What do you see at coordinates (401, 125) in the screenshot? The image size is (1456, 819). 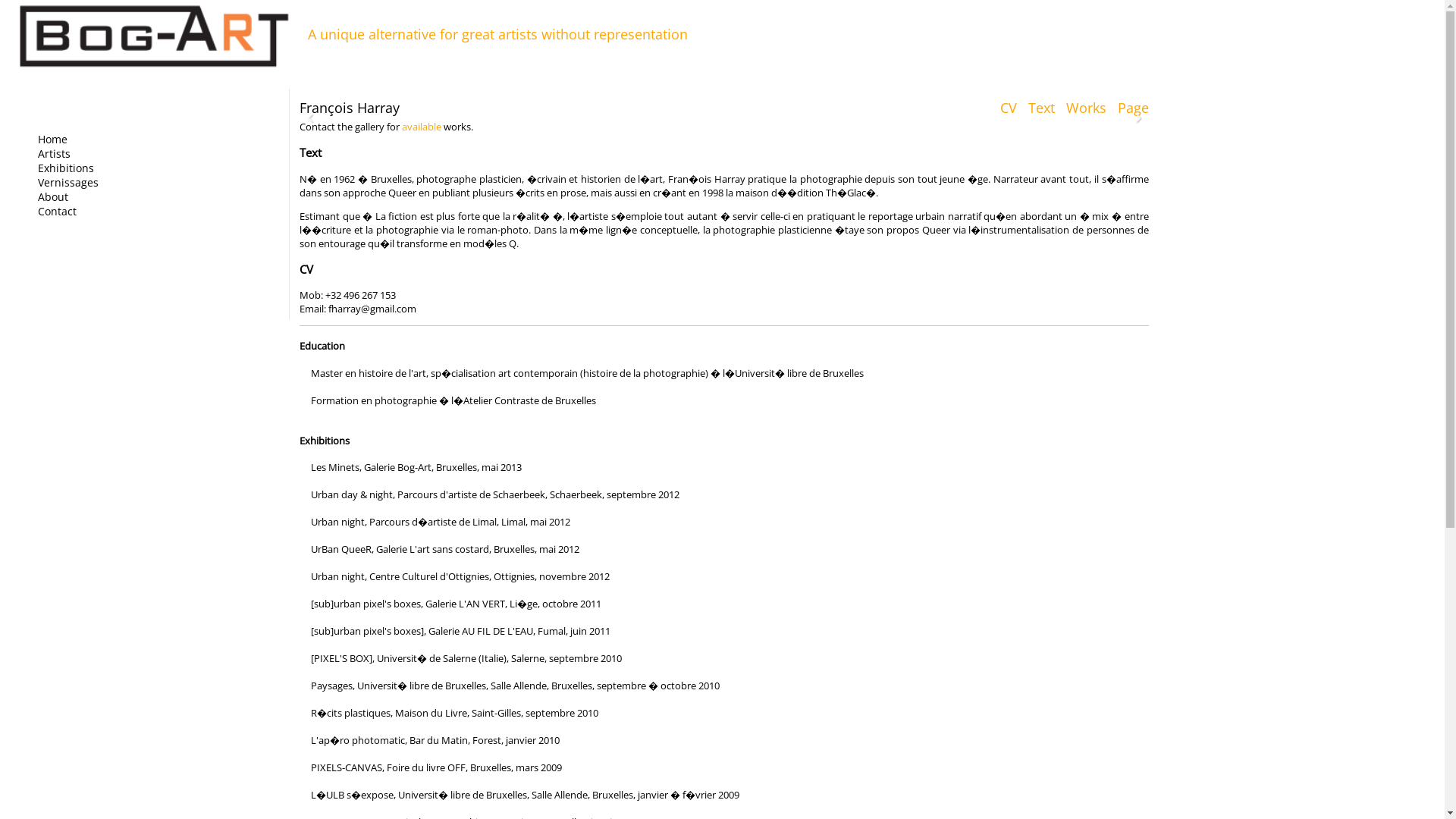 I see `'available'` at bounding box center [401, 125].